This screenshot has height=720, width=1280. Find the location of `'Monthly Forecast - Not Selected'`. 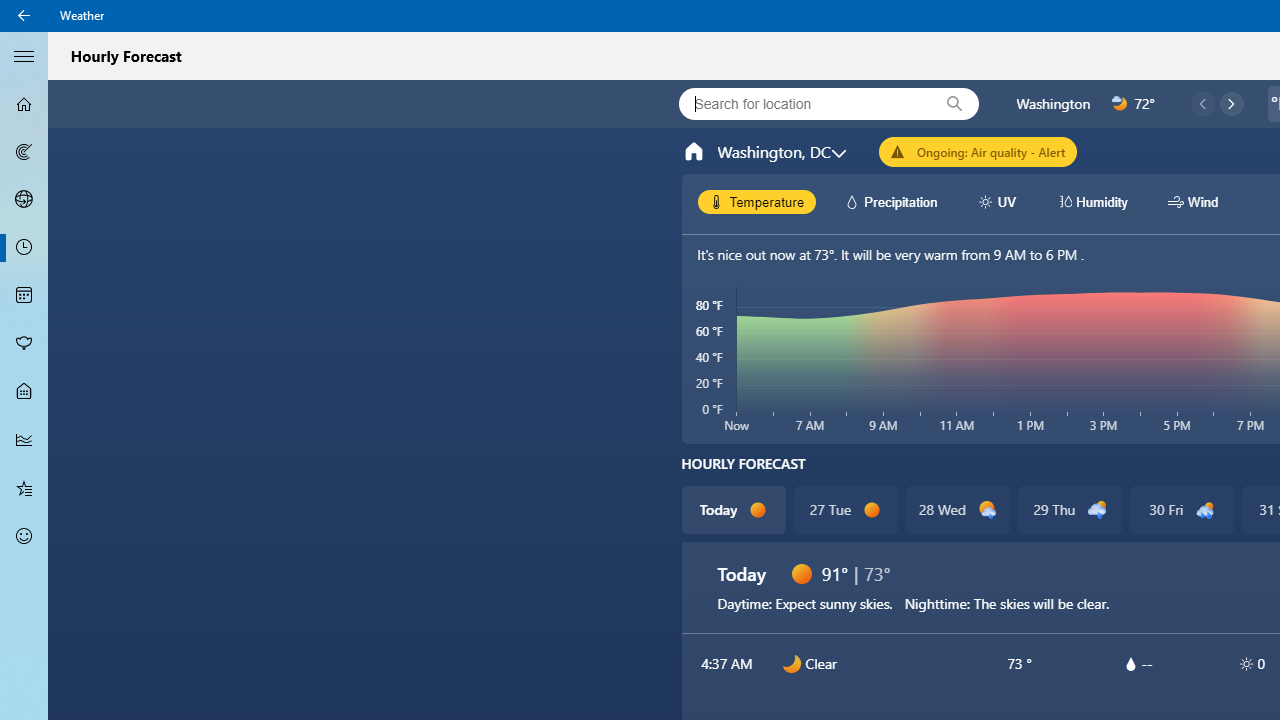

'Monthly Forecast - Not Selected' is located at coordinates (24, 295).